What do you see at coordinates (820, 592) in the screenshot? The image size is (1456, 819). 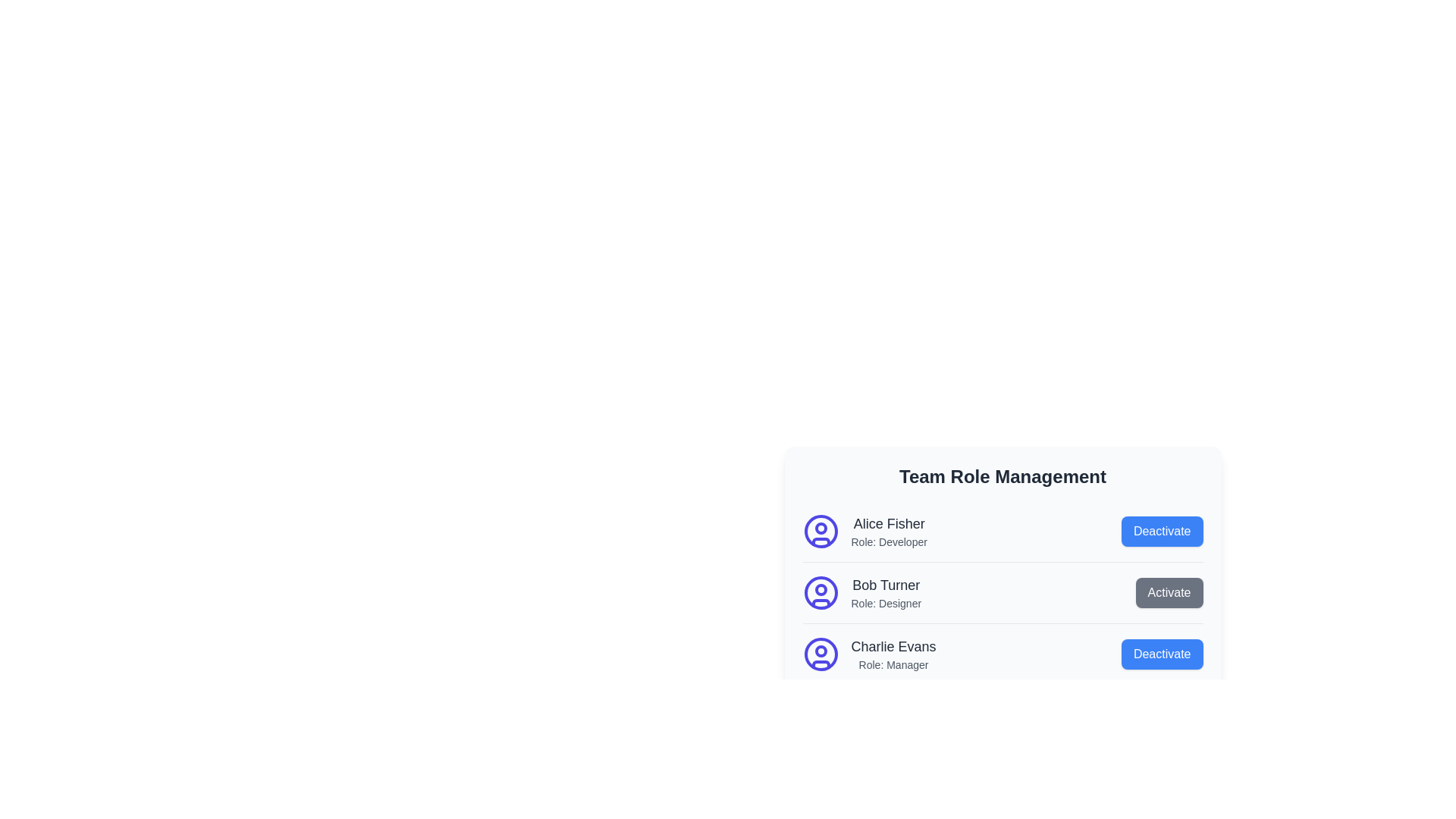 I see `the outer circle of the user icon representing 'Bob Turner', which is styled with a blue fill and positioned to the left of the text 'Bob Turner' and 'Role: Designer'` at bounding box center [820, 592].